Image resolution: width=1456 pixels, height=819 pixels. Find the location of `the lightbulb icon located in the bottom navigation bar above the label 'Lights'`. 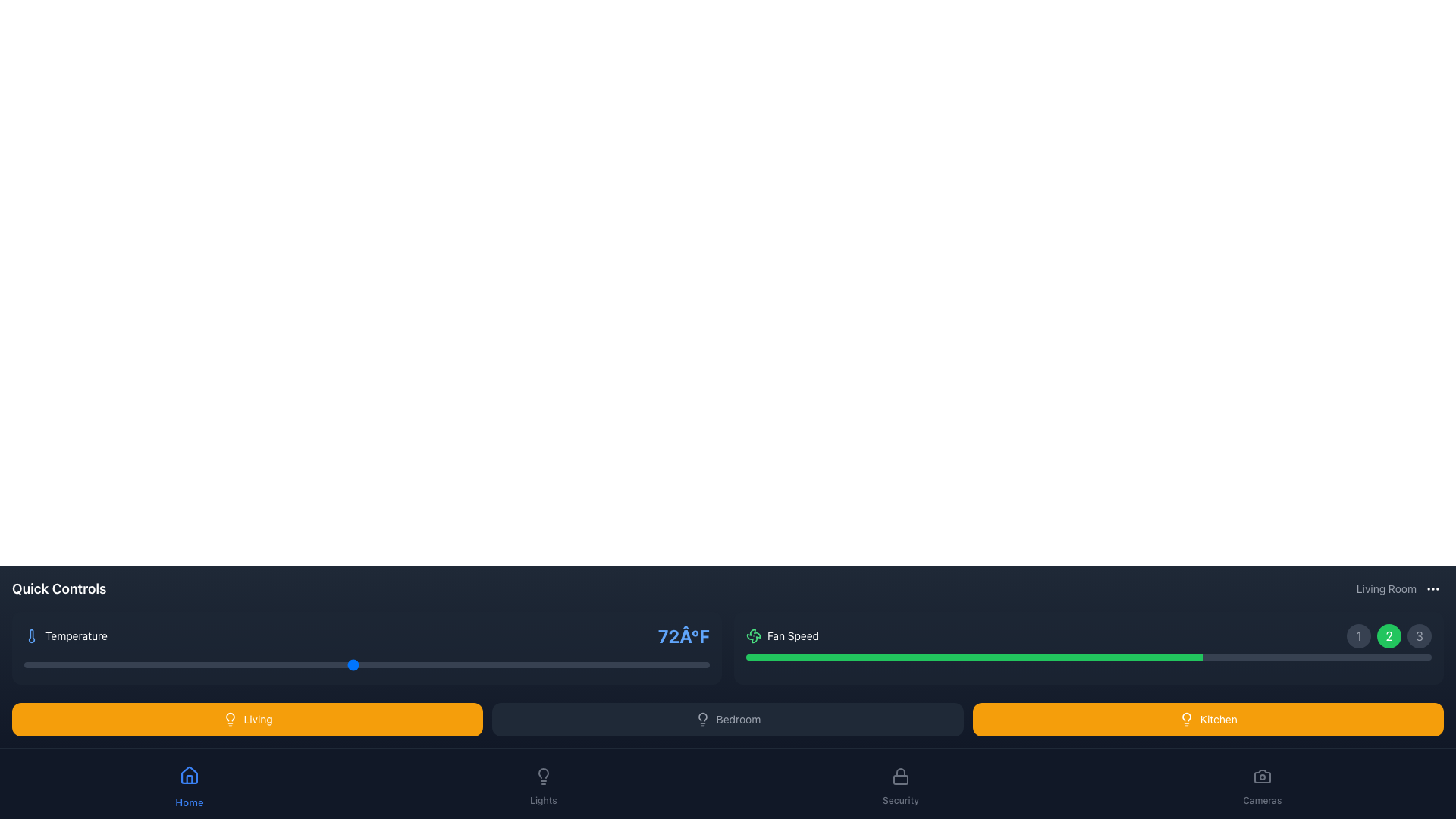

the lightbulb icon located in the bottom navigation bar above the label 'Lights' is located at coordinates (543, 776).